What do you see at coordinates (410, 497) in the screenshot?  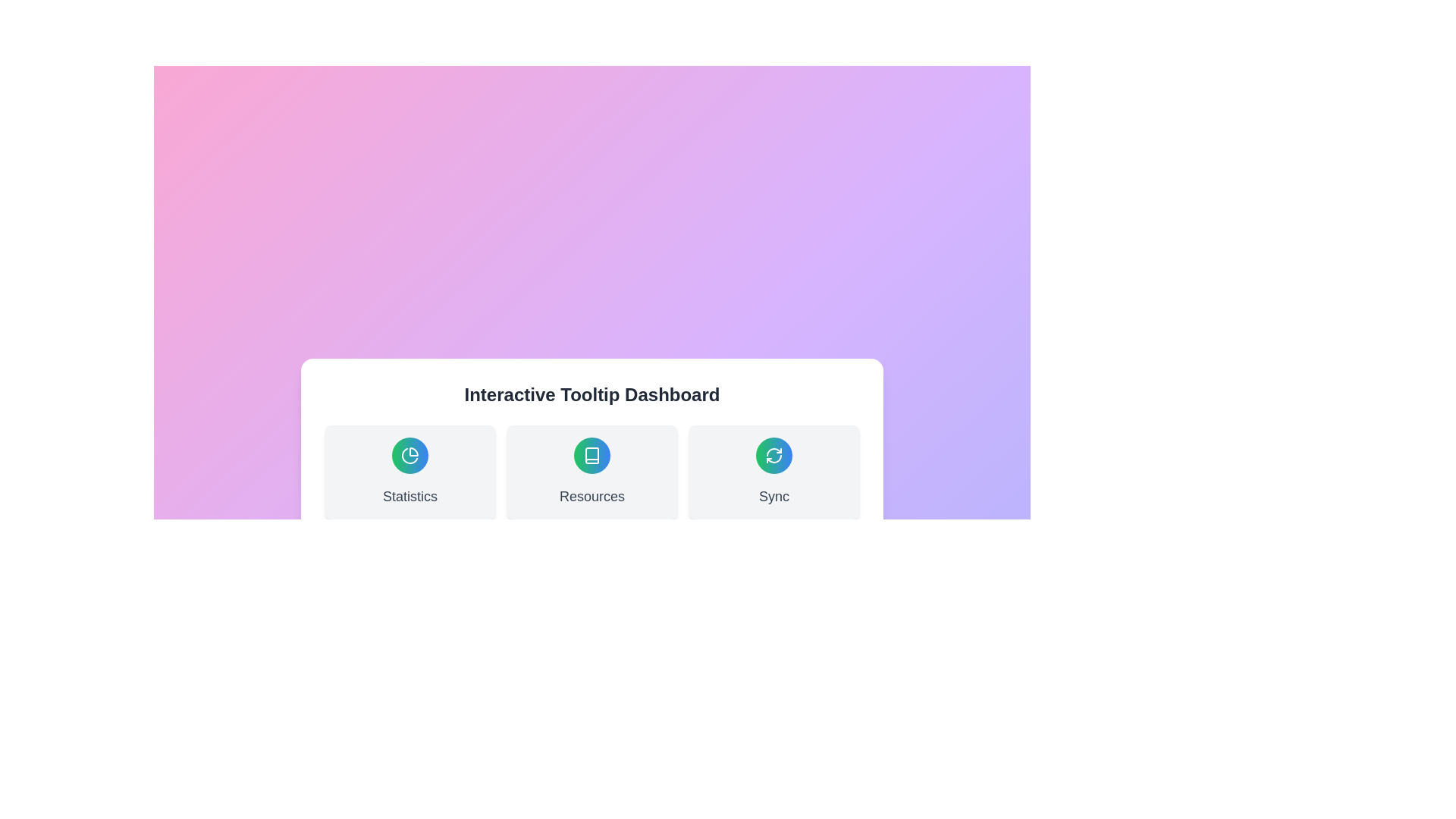 I see `the text label located at the bottom center of the card, which provides descriptive context about the associated card's content, to trigger potential tooltips` at bounding box center [410, 497].